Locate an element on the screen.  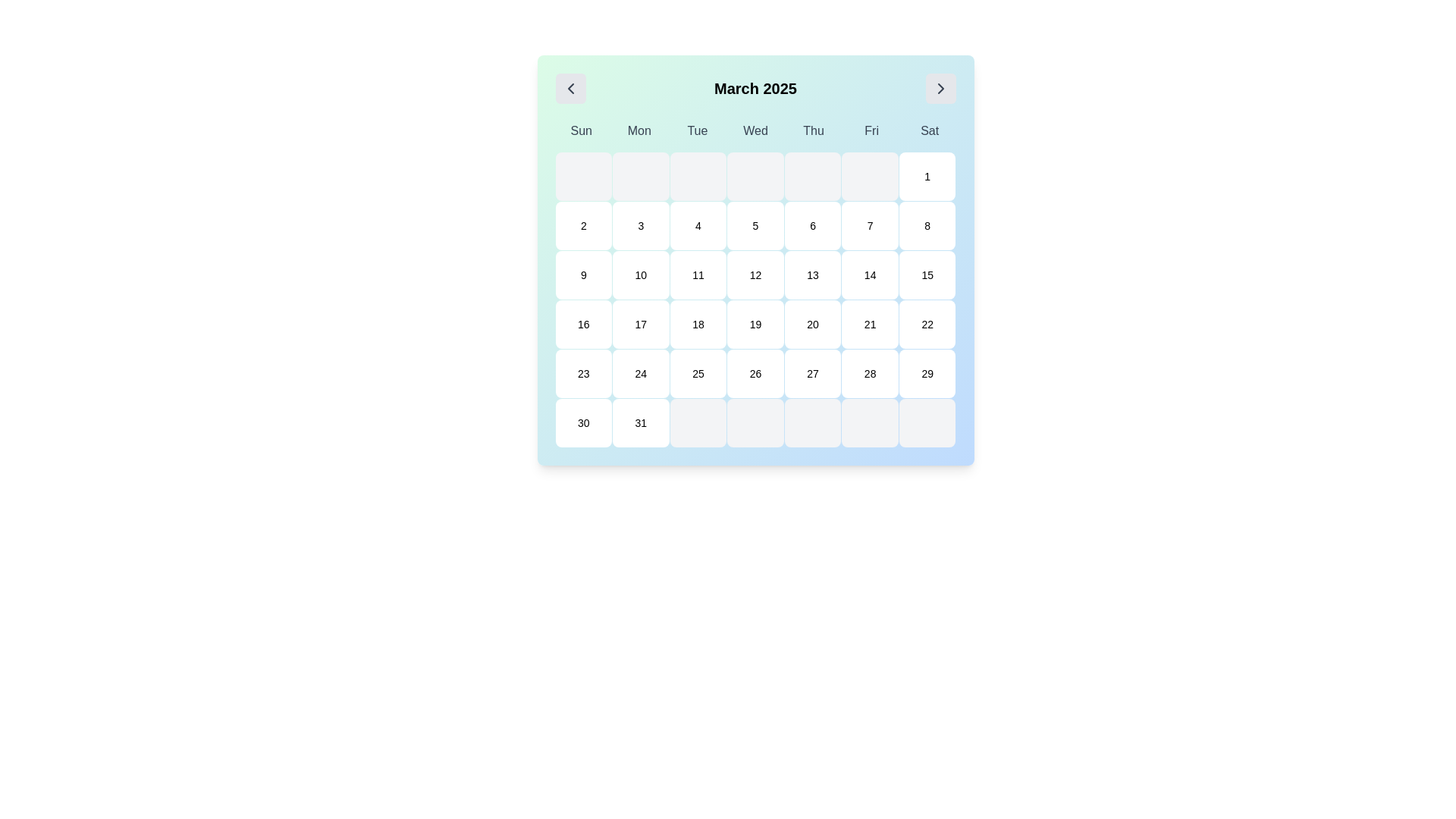
the button representing the date '18' in the calendar interface located in the fifth row, third column of the grid is located at coordinates (697, 324).